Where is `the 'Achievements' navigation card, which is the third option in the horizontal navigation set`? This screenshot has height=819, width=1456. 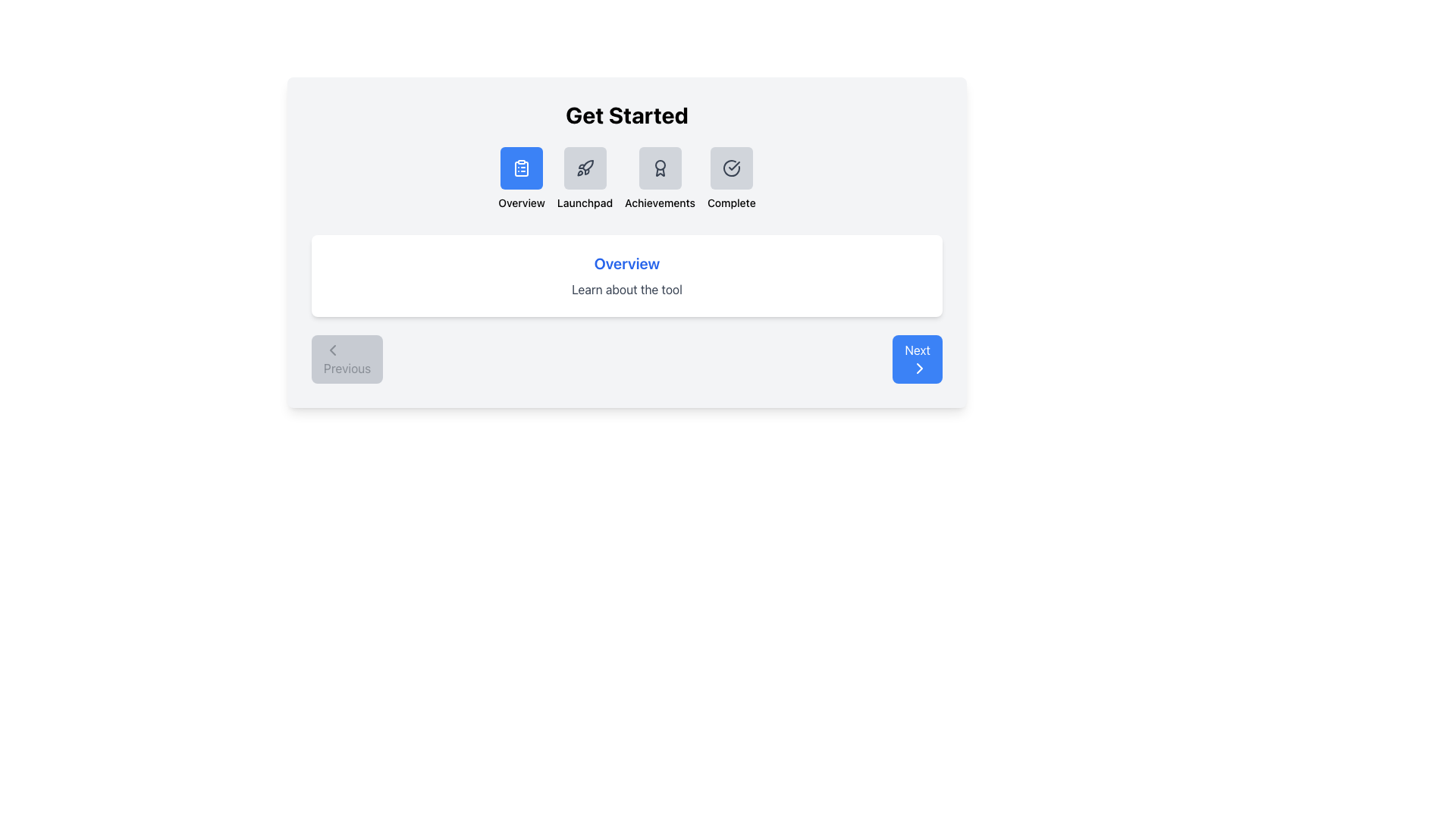
the 'Achievements' navigation card, which is the third option in the horizontal navigation set is located at coordinates (660, 177).